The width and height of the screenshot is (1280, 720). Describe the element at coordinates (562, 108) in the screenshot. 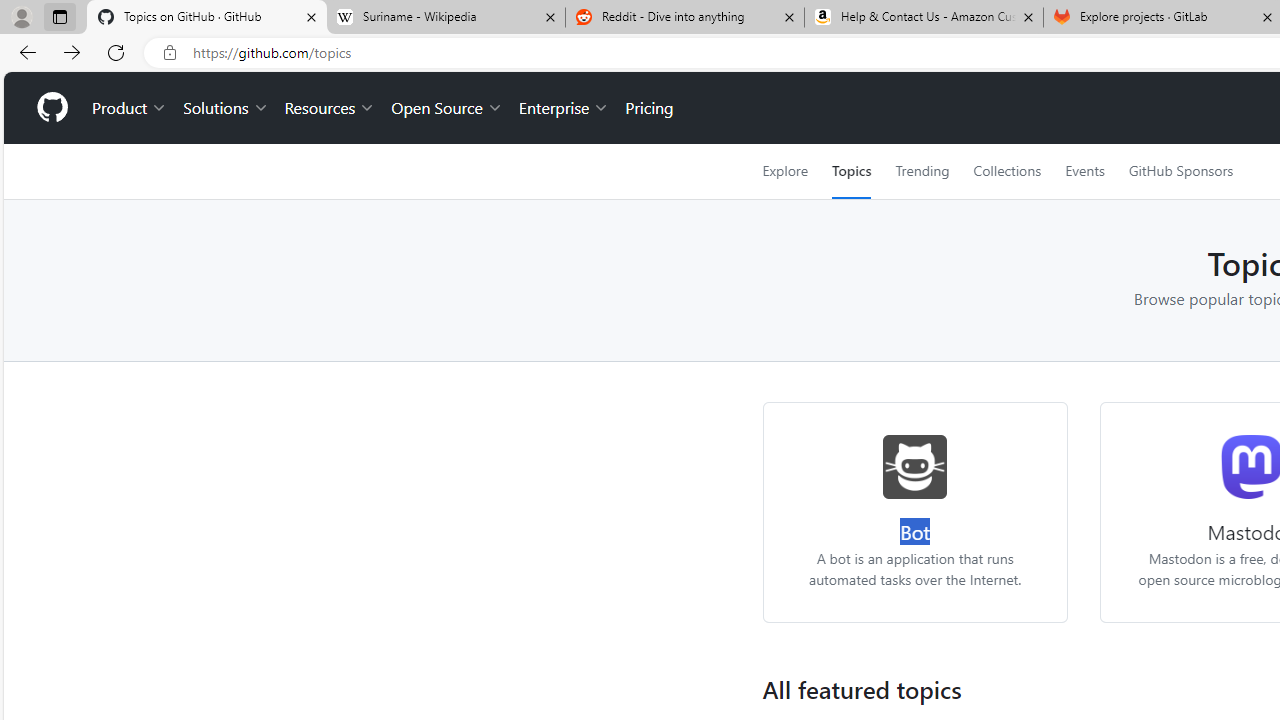

I see `'Enterprise'` at that location.